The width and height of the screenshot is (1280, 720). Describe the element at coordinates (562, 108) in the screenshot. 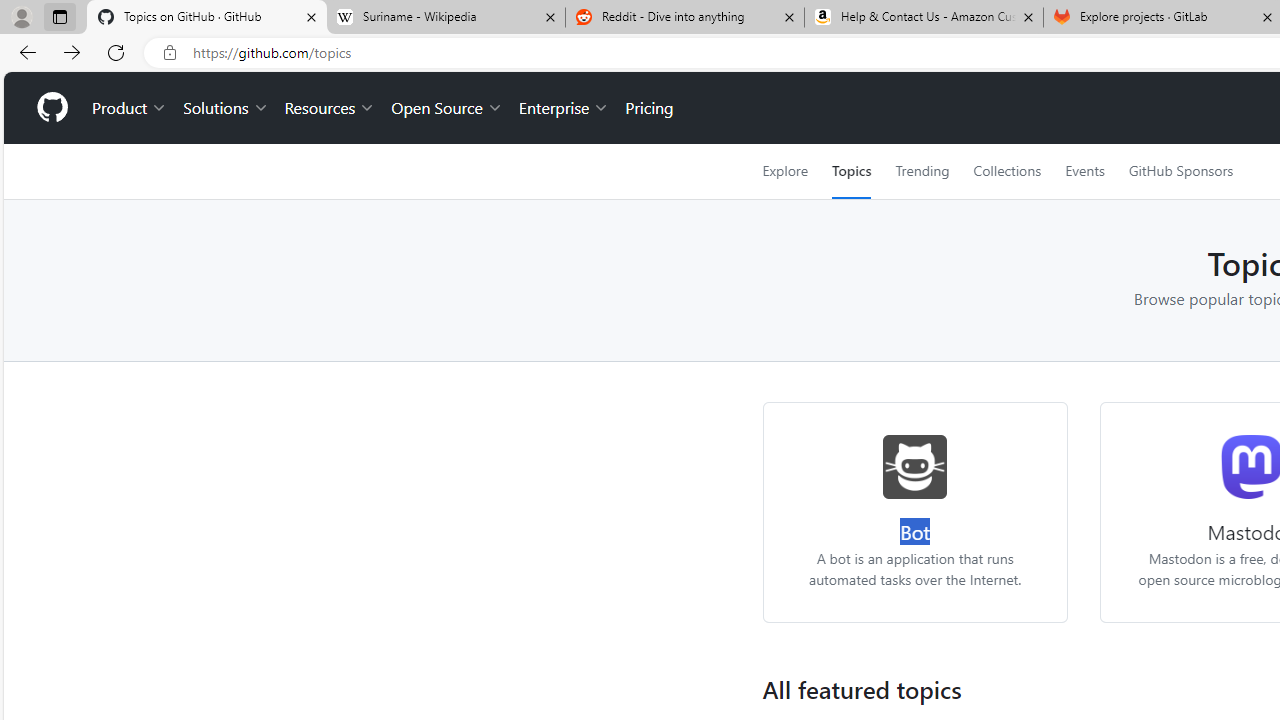

I see `'Enterprise'` at that location.